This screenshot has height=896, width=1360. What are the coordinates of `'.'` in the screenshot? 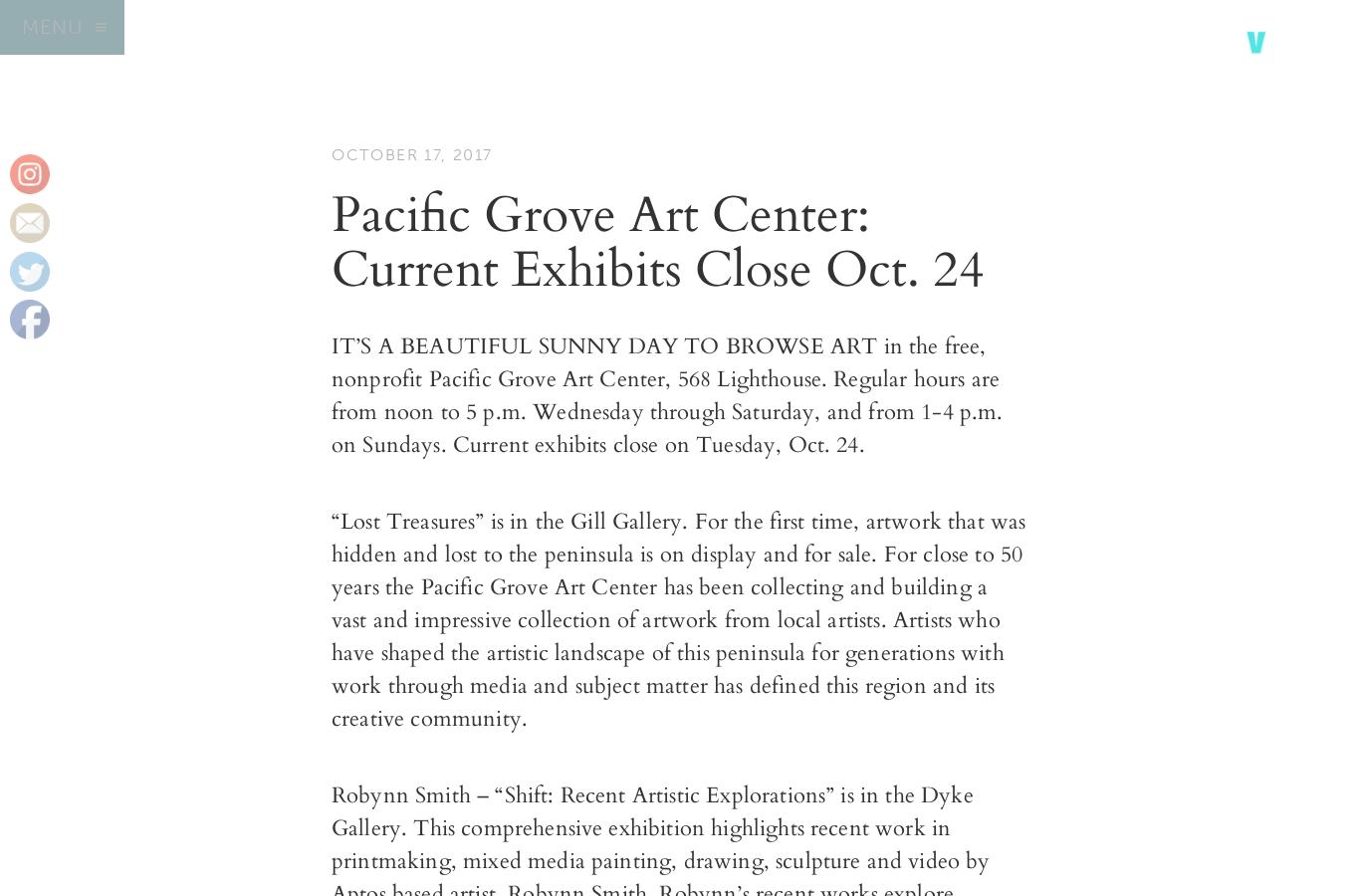 It's located at (859, 445).